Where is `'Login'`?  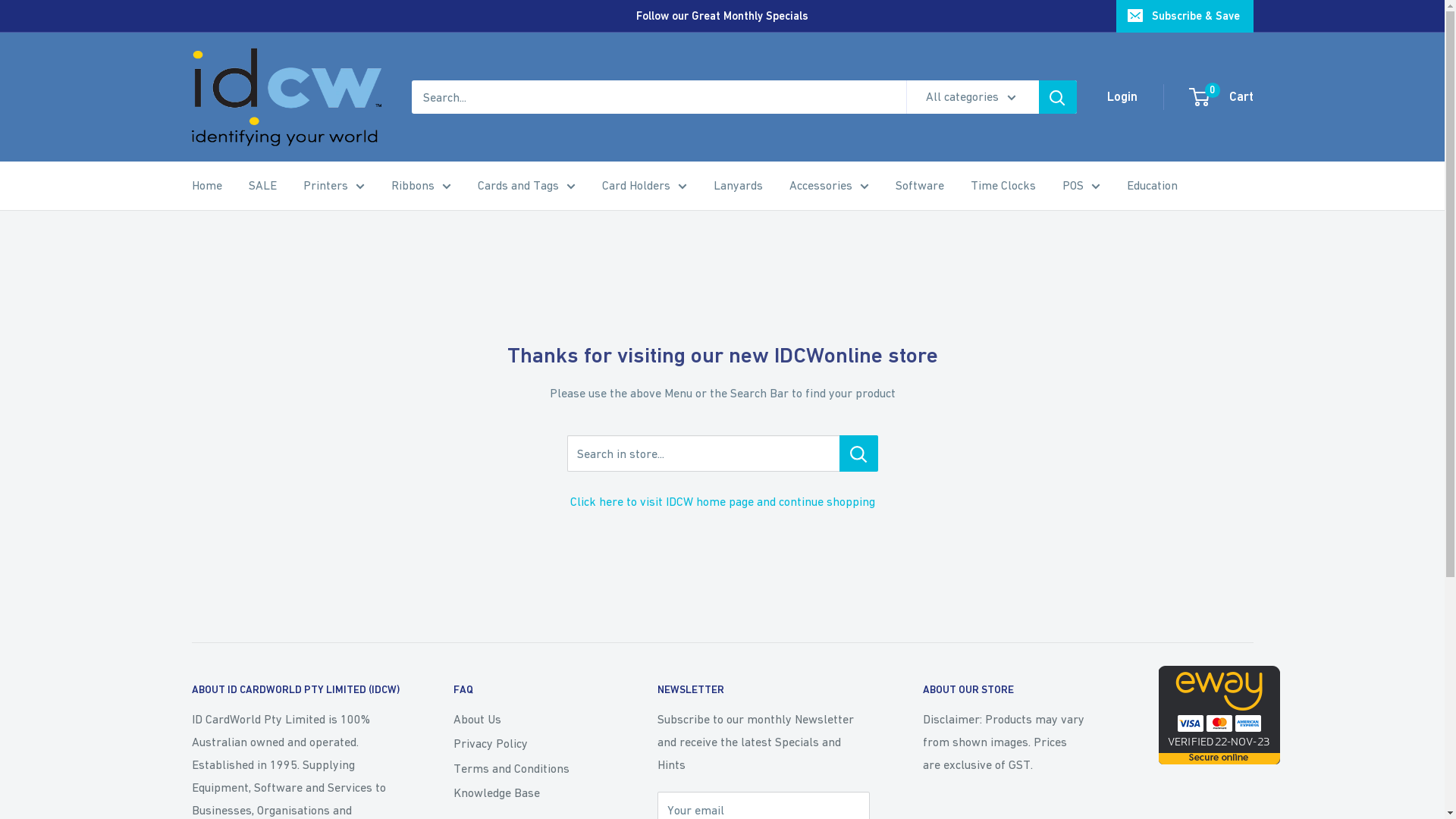 'Login' is located at coordinates (1122, 96).